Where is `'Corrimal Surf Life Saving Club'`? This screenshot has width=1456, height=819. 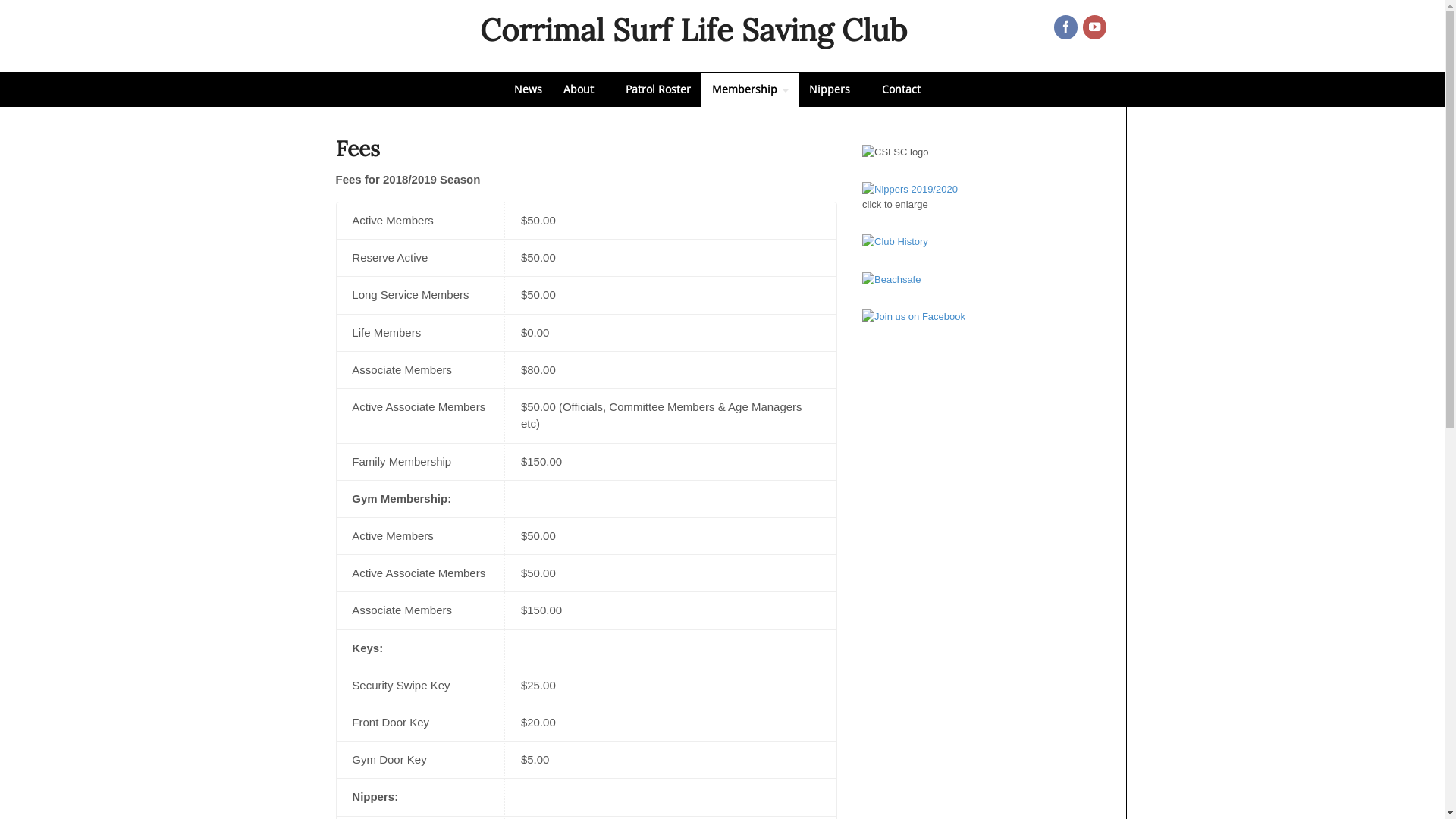 'Corrimal Surf Life Saving Club' is located at coordinates (479, 30).